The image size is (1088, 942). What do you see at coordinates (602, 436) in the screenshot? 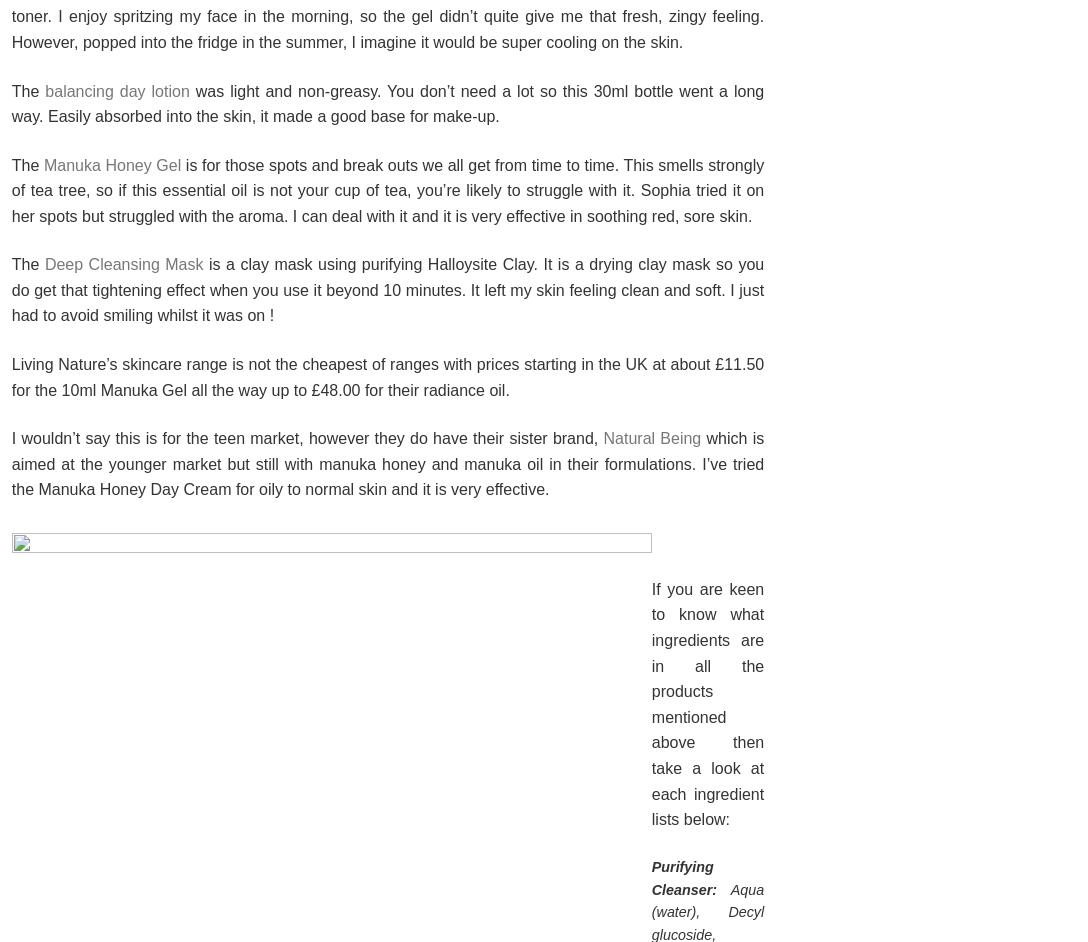
I see `'Natural Being'` at bounding box center [602, 436].